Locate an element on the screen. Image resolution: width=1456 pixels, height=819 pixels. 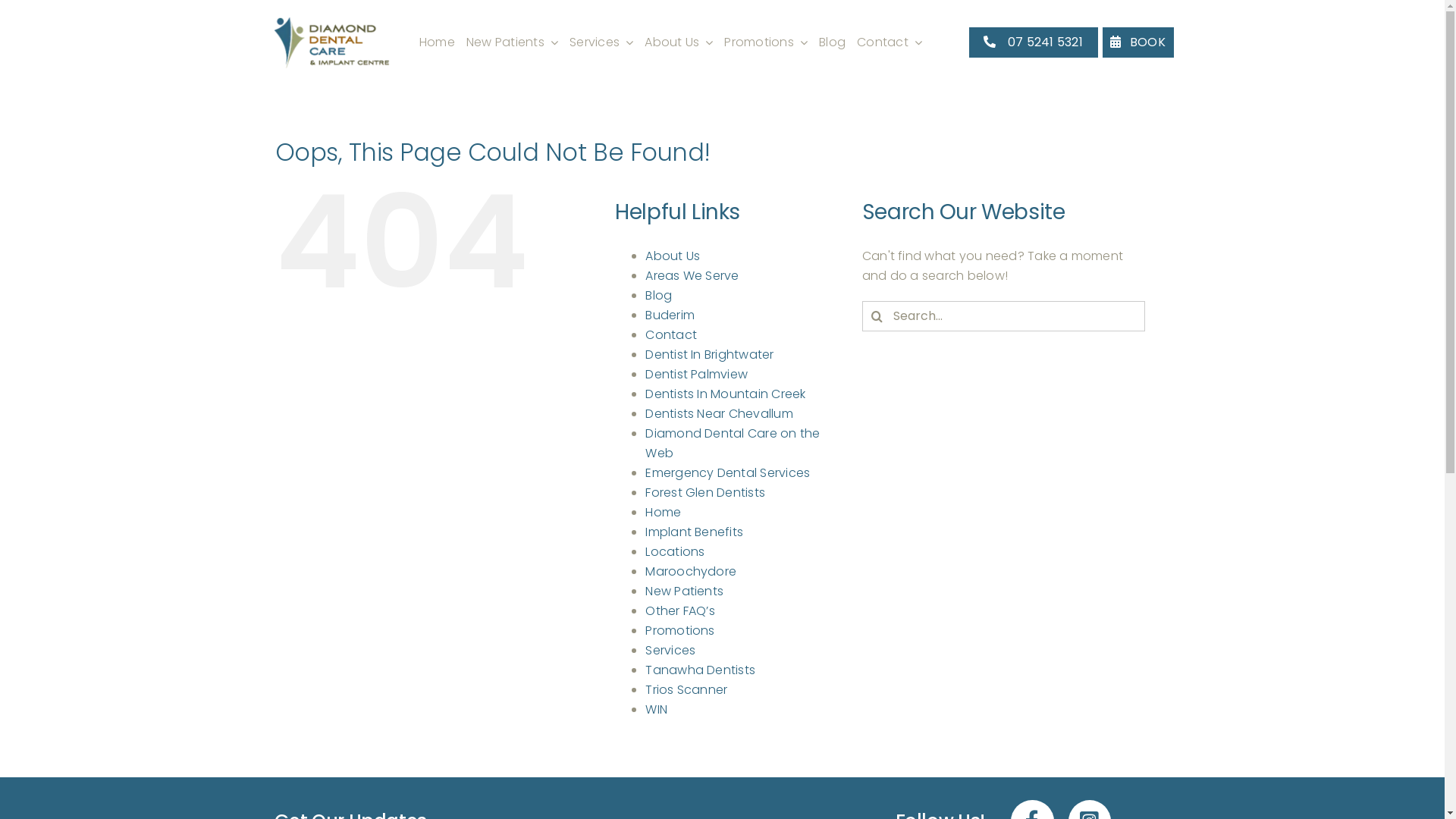
'Home' is located at coordinates (436, 42).